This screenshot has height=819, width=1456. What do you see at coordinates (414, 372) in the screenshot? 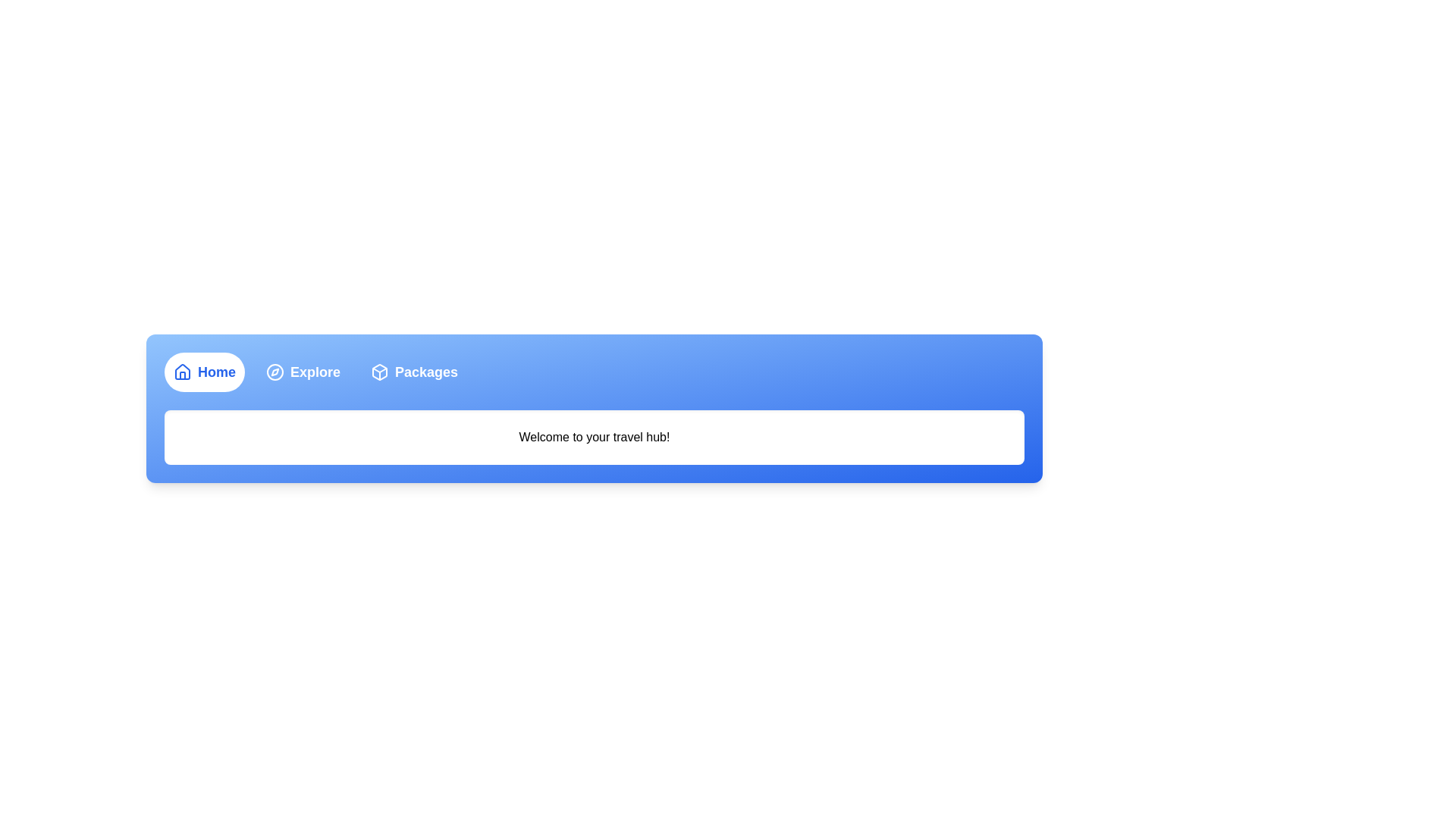
I see `the Packages tab by clicking its respective button` at bounding box center [414, 372].